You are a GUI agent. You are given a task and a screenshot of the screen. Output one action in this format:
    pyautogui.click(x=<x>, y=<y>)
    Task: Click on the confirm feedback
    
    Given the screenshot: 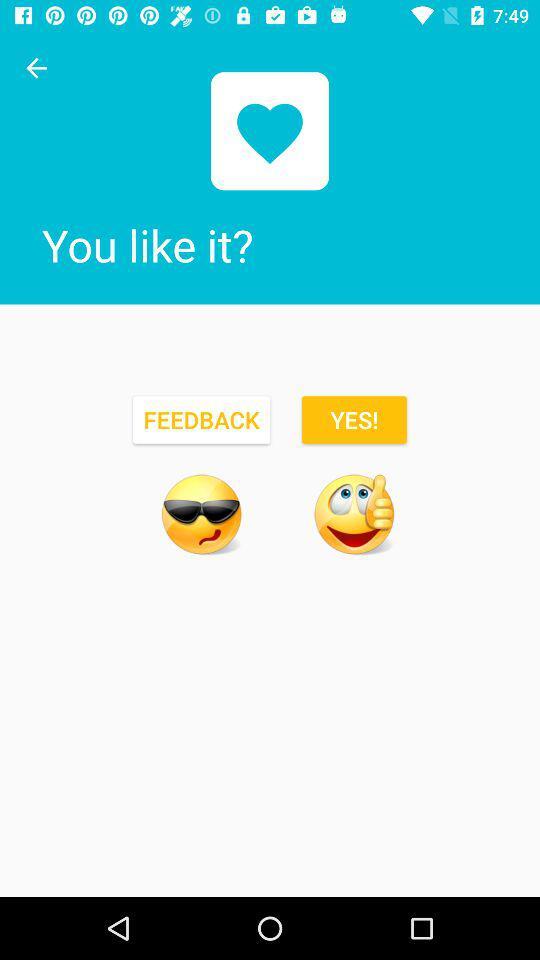 What is the action you would take?
    pyautogui.click(x=353, y=513)
    